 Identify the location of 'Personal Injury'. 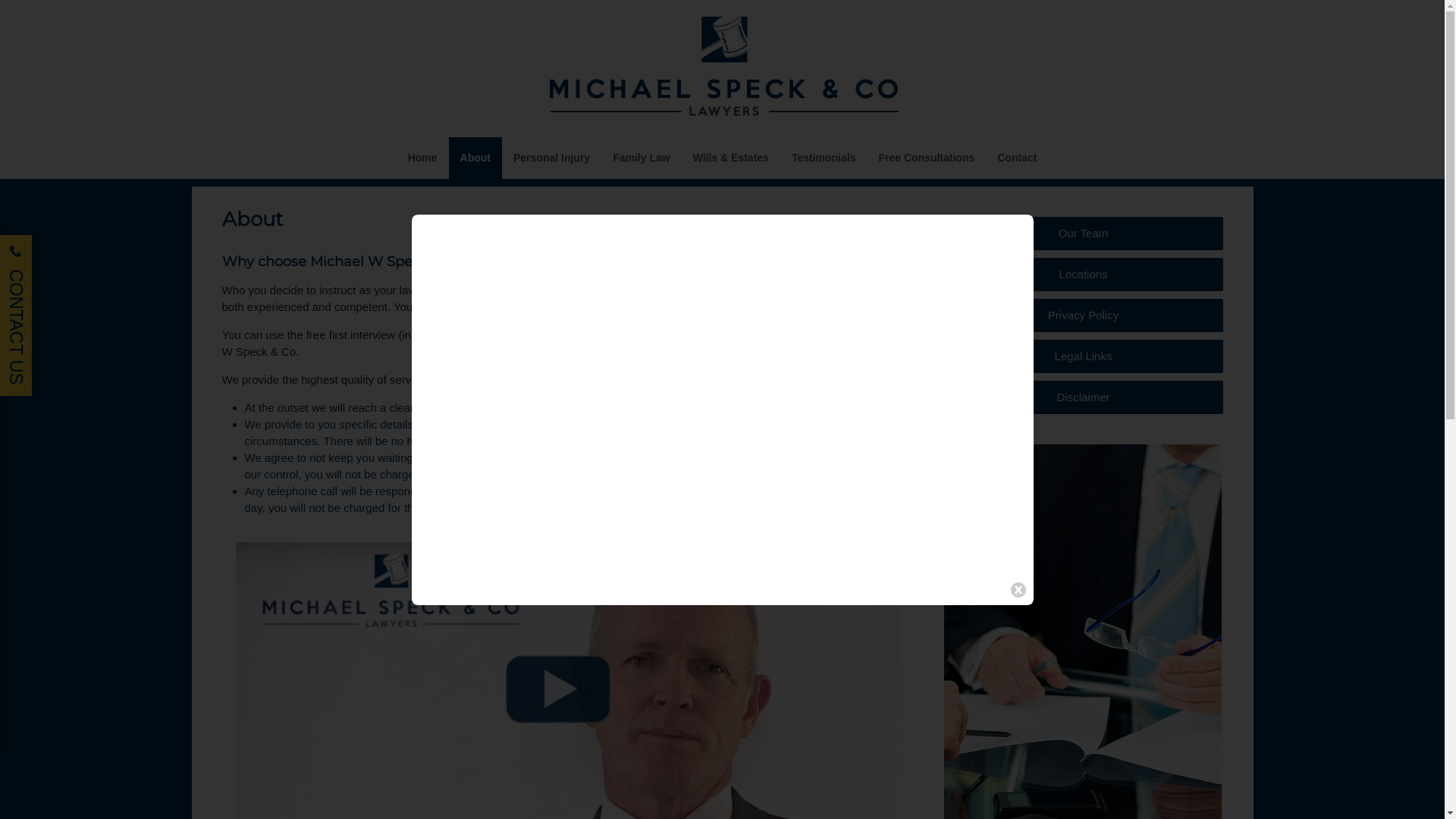
(551, 158).